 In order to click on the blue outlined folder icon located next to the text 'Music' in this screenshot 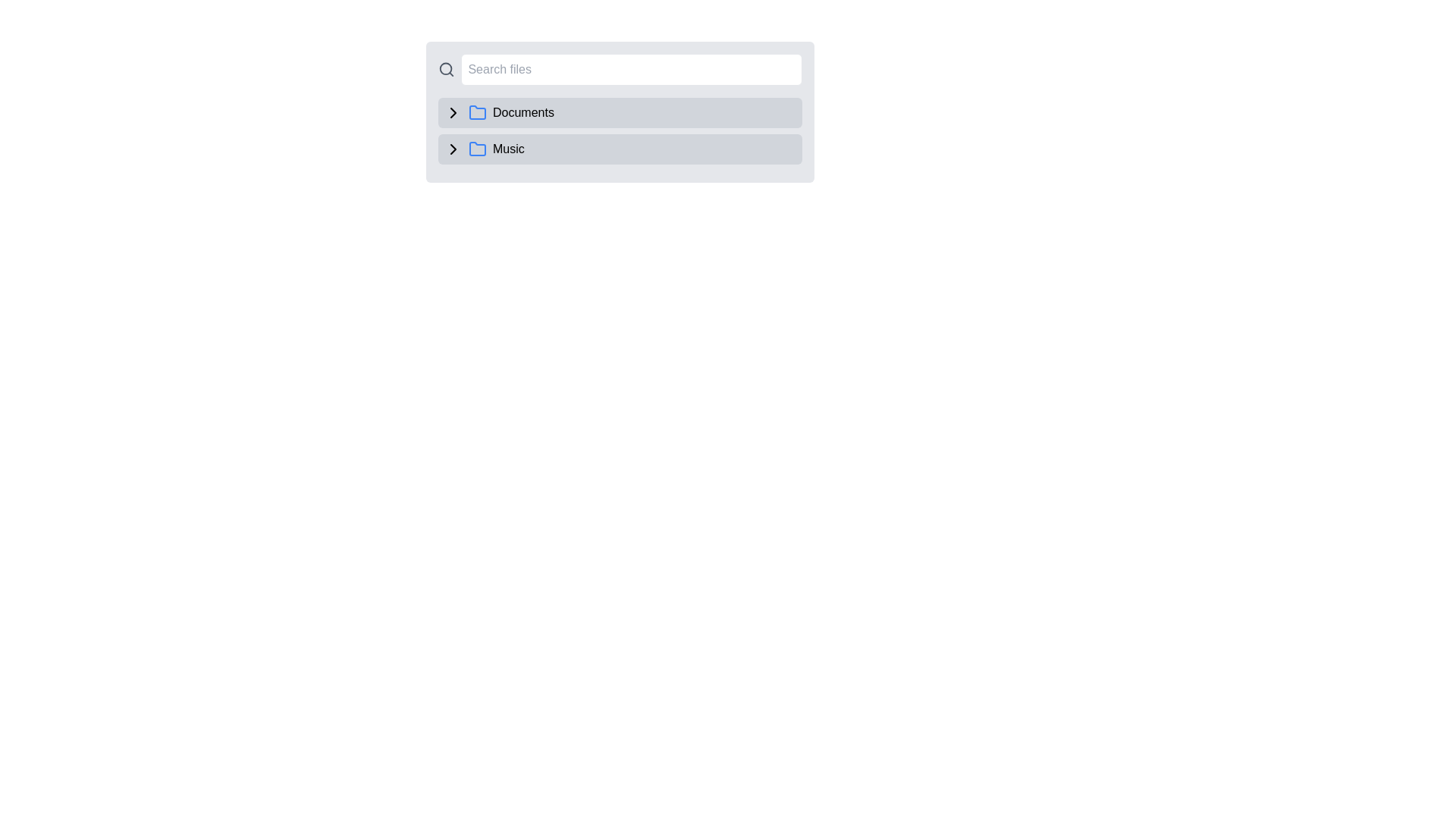, I will do `click(476, 149)`.